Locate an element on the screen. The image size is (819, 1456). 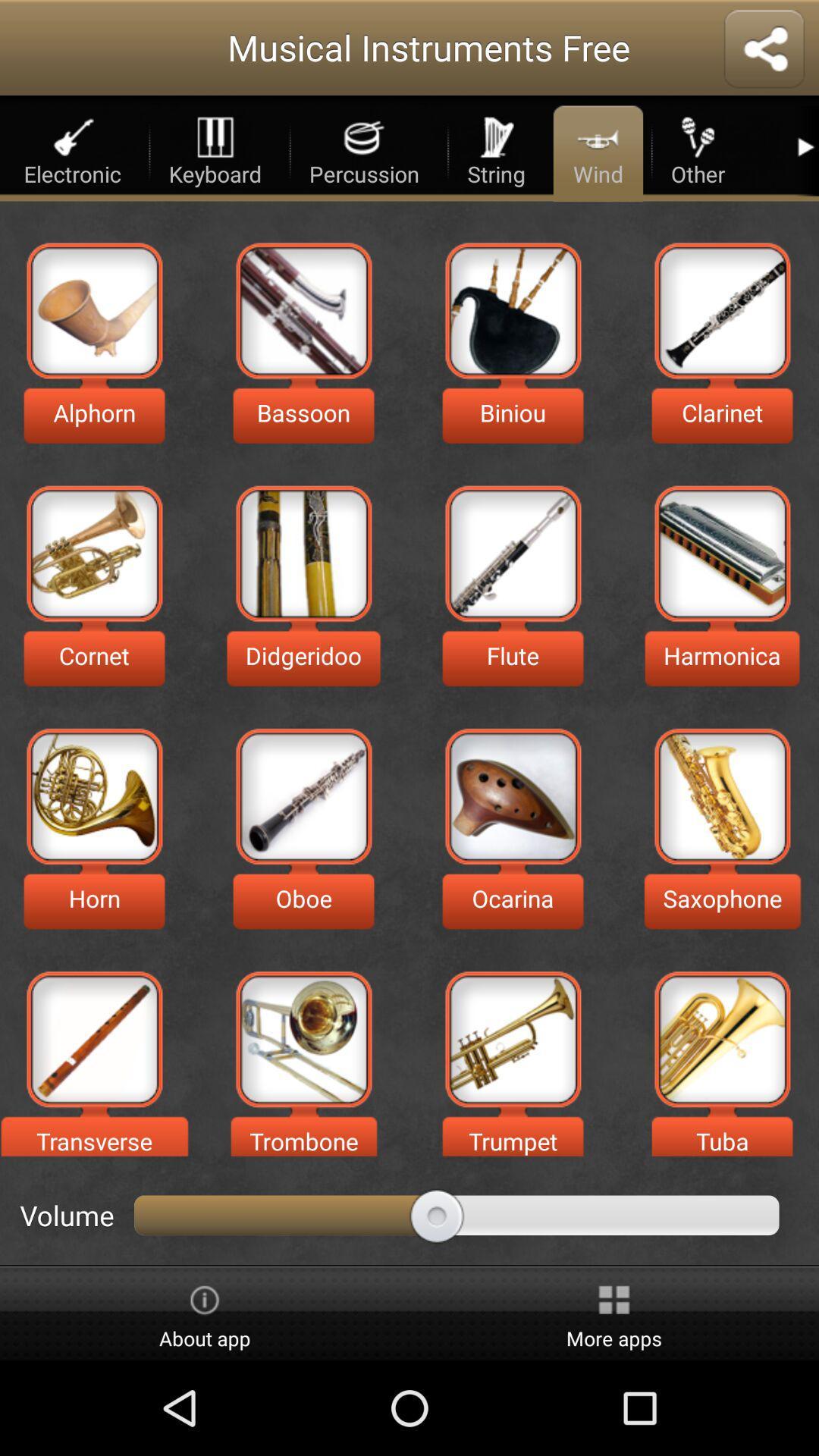
horn sound is located at coordinates (94, 795).